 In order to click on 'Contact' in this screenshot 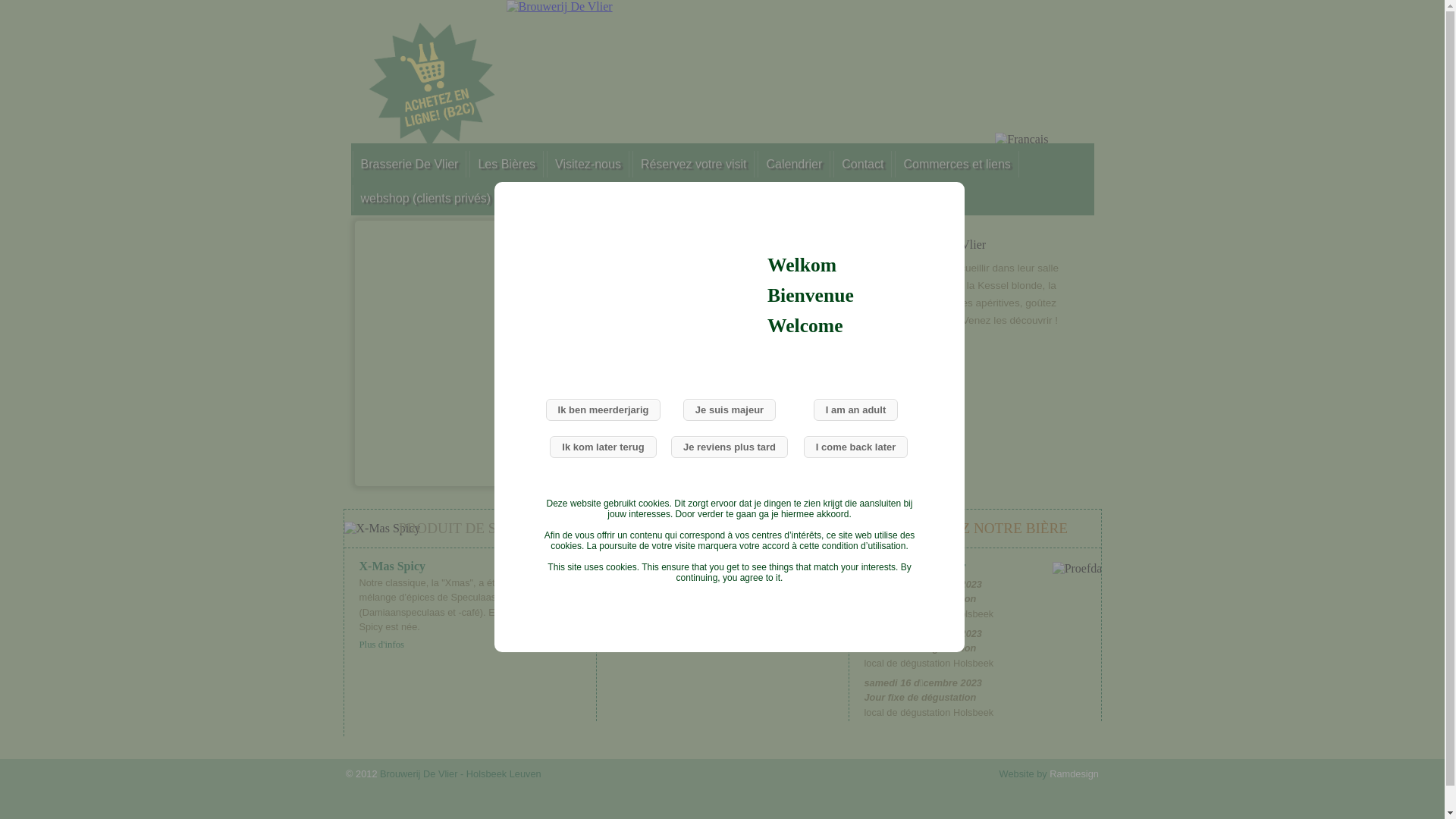, I will do `click(862, 164)`.